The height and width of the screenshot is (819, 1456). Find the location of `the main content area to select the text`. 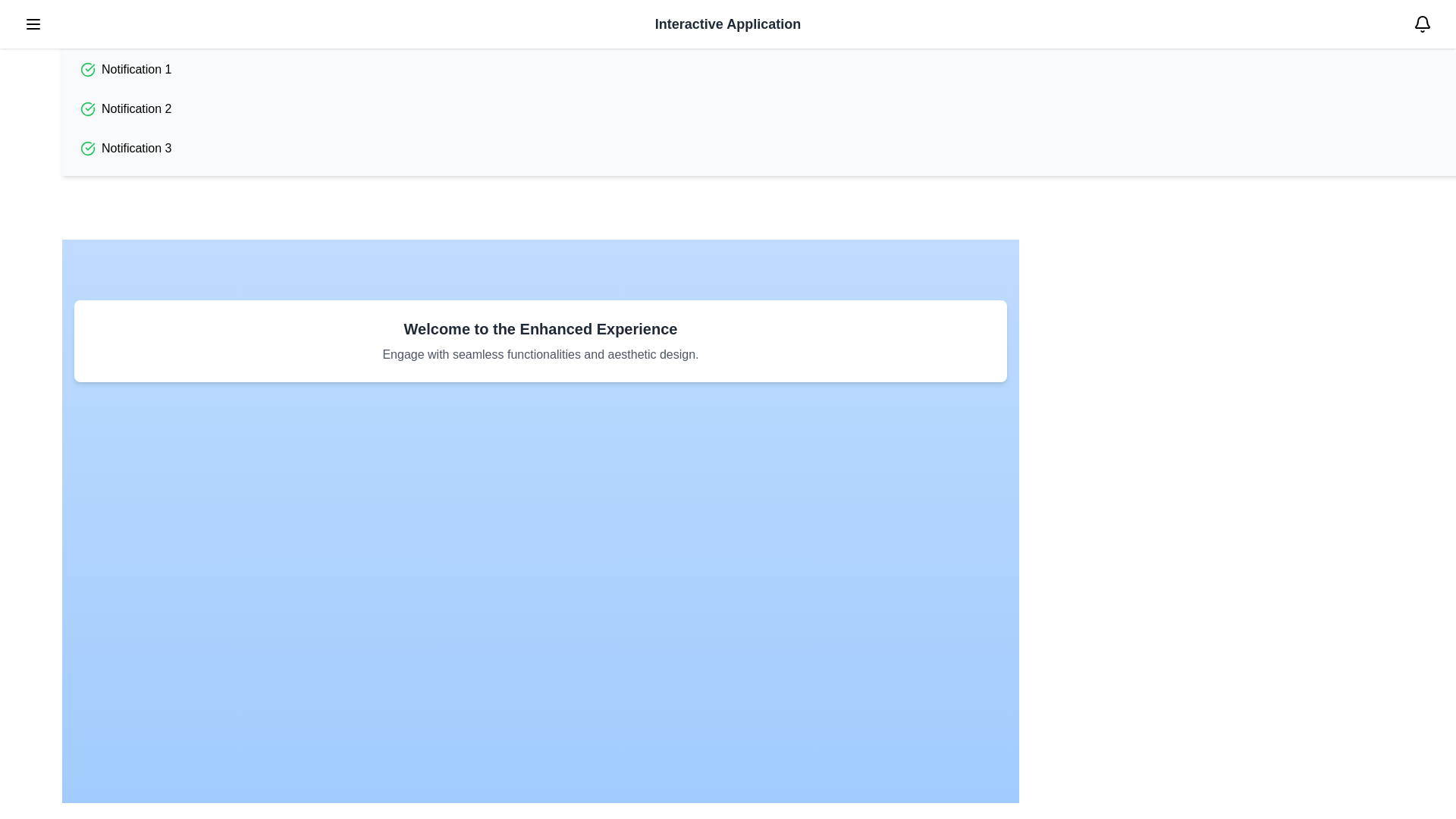

the main content area to select the text is located at coordinates (541, 341).